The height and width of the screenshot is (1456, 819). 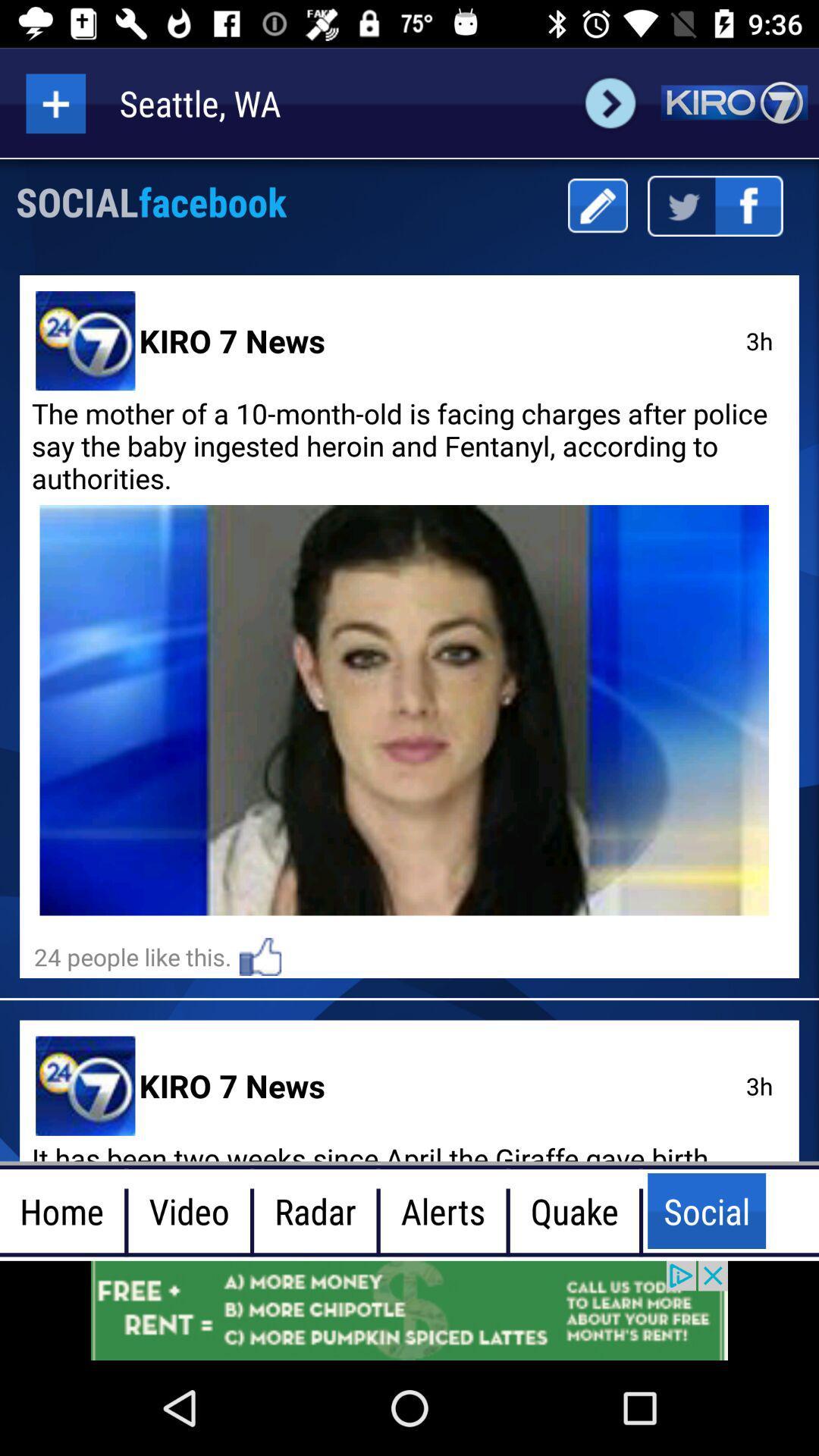 What do you see at coordinates (610, 102) in the screenshot?
I see `forward option` at bounding box center [610, 102].